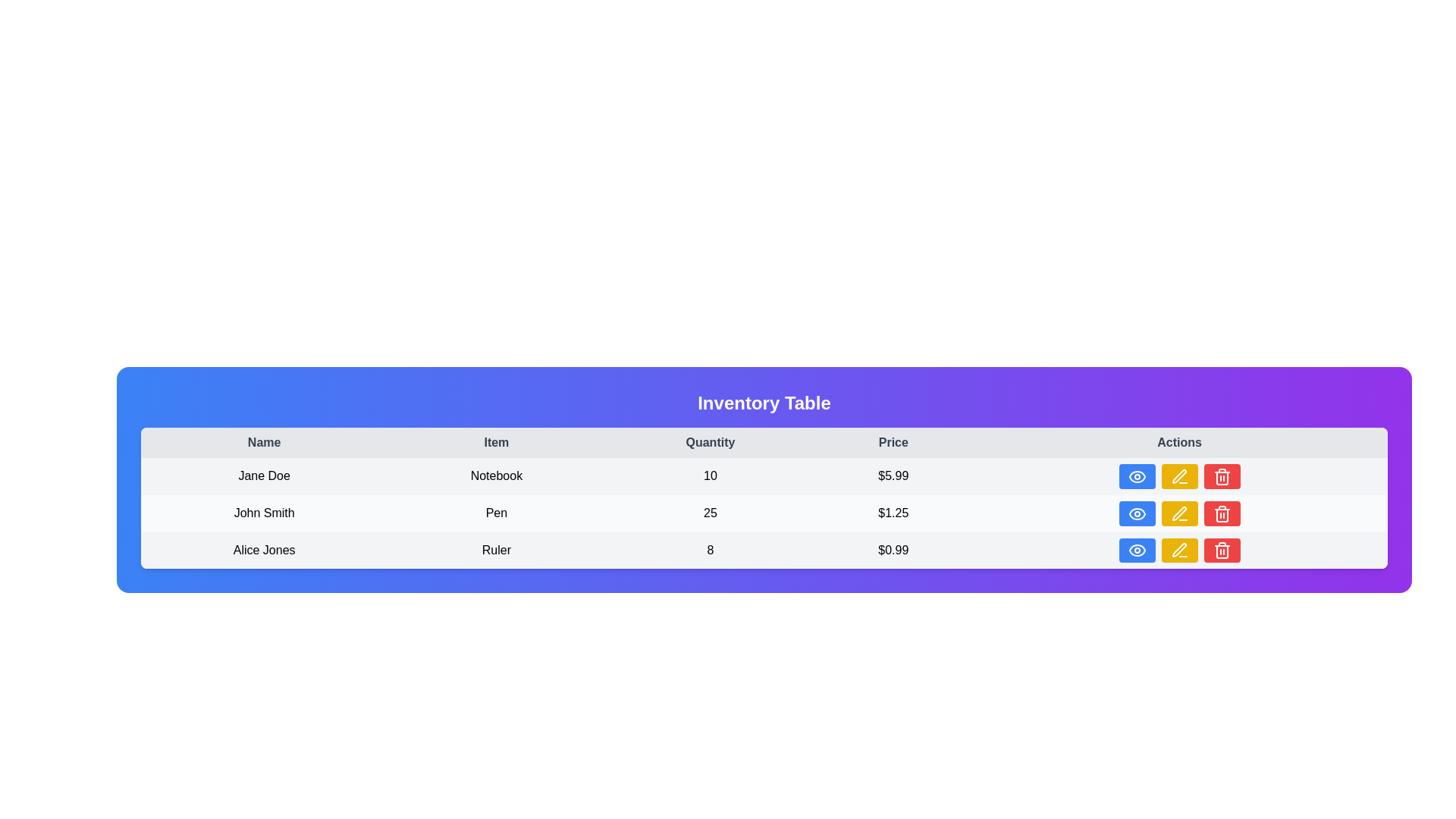 This screenshot has width=1456, height=819. What do you see at coordinates (1178, 475) in the screenshot?
I see `the edit icon (pen) in the 'Actions' column for 'John Smith' to initiate an edit operation` at bounding box center [1178, 475].